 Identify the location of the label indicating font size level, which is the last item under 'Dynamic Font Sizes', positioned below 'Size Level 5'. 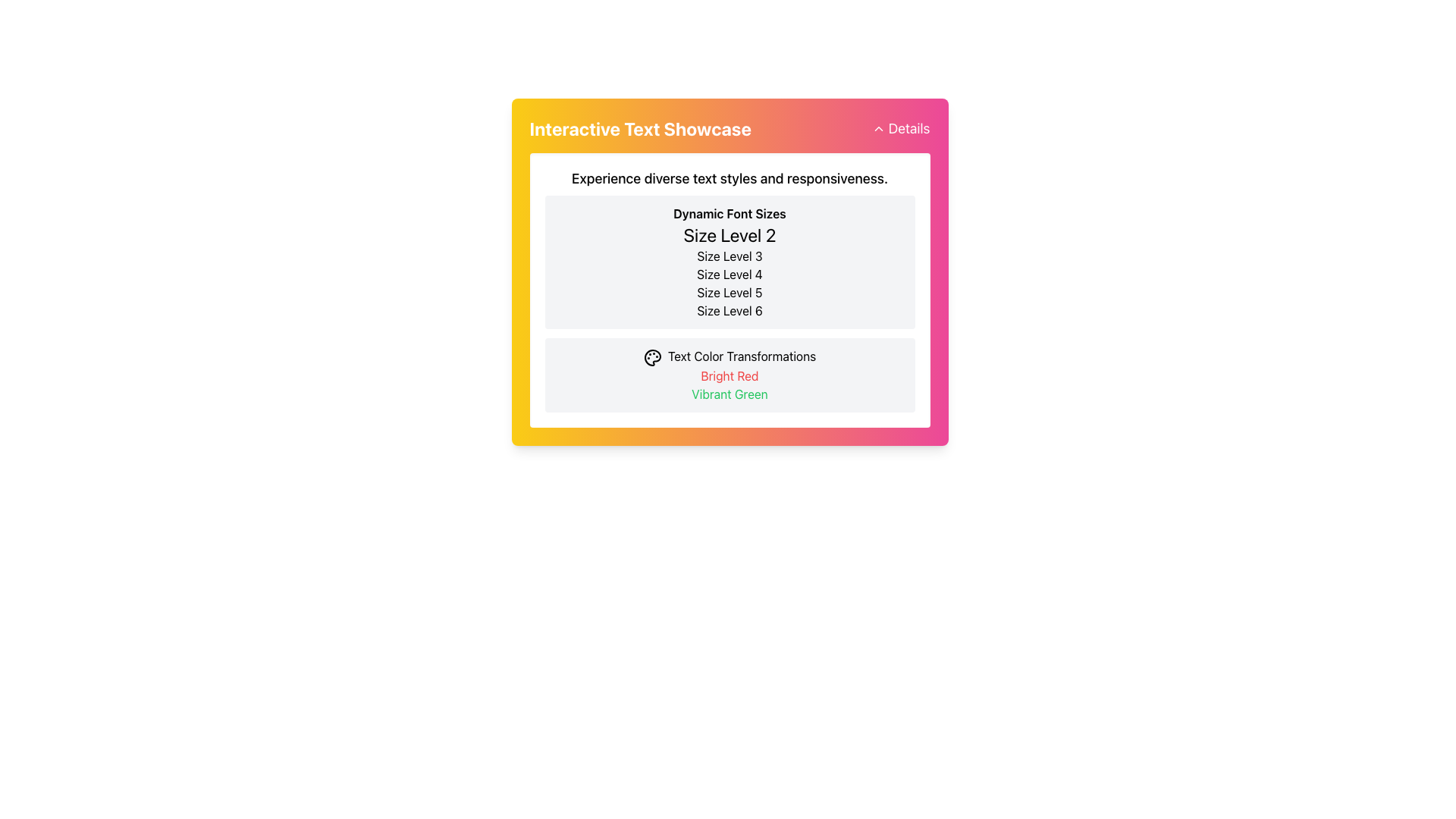
(730, 309).